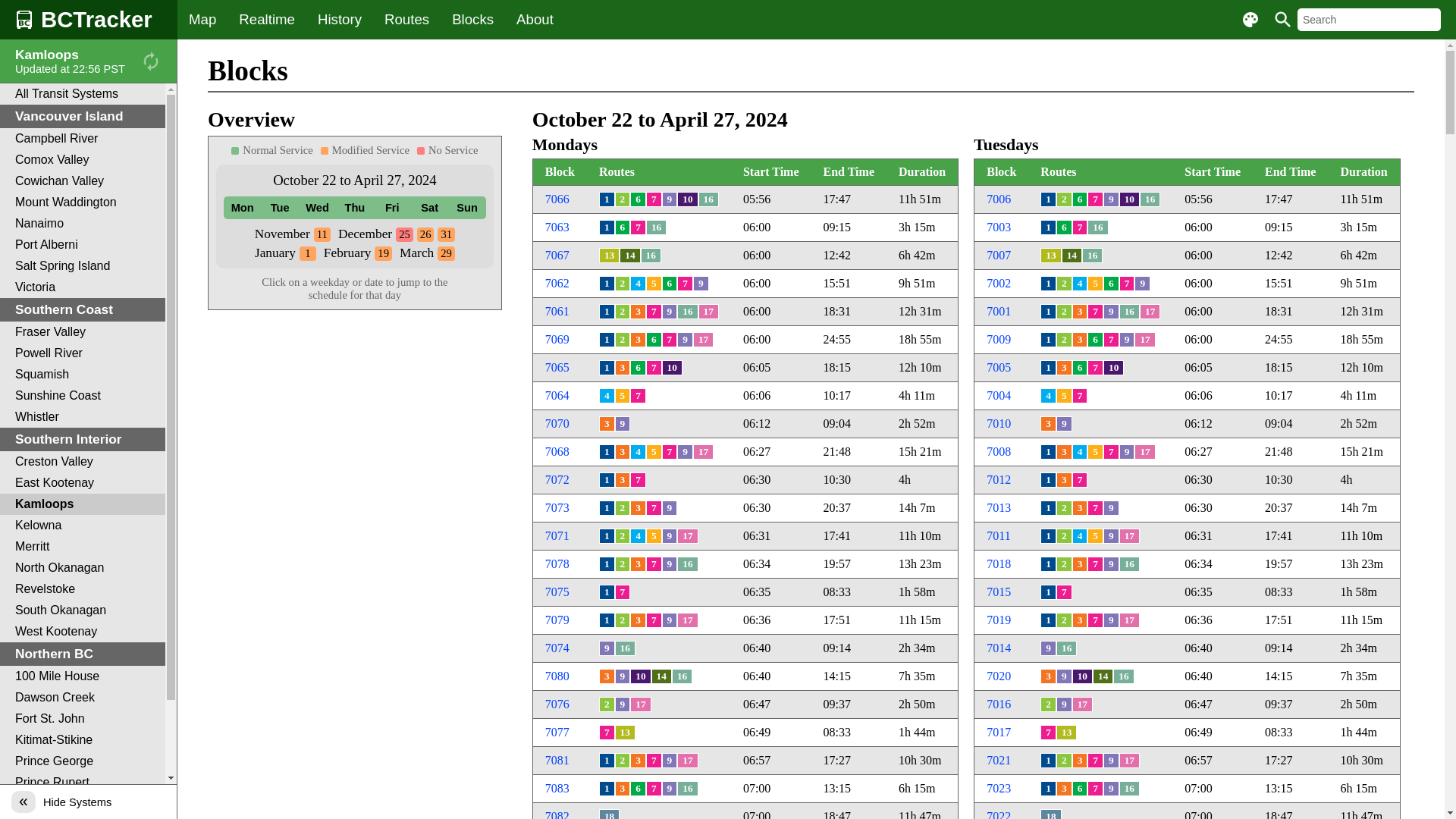  Describe the element at coordinates (607, 620) in the screenshot. I see `'1'` at that location.